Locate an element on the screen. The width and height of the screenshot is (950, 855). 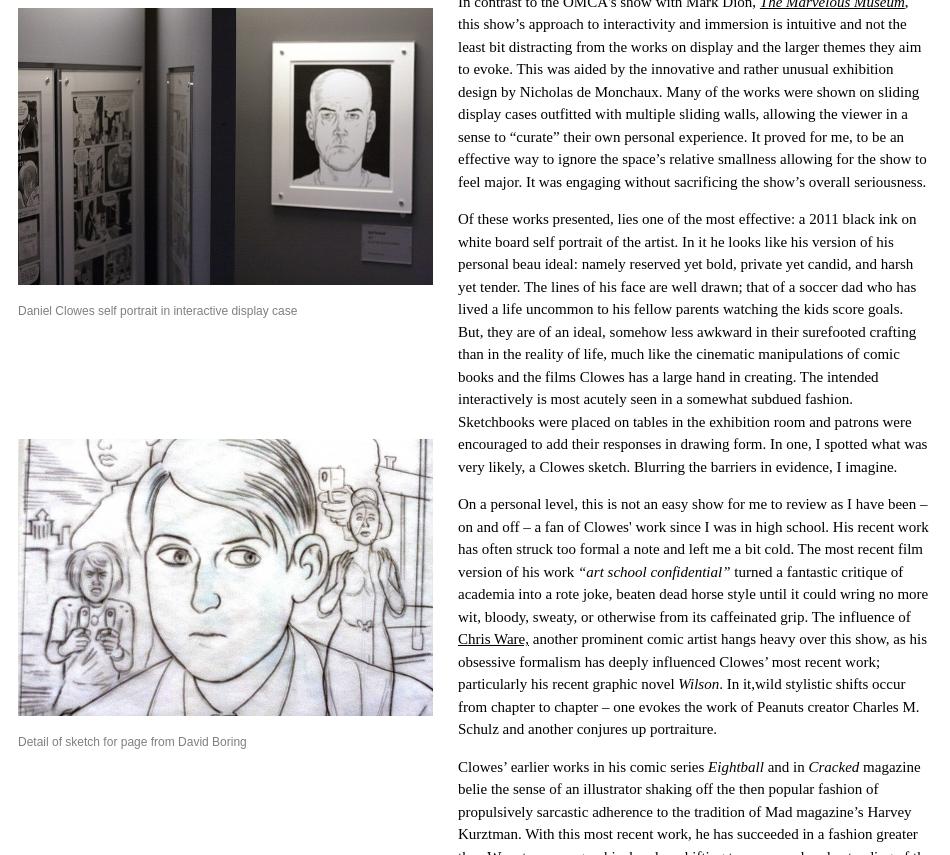
'Detail of sketch for page from David Boring' is located at coordinates (17, 741).